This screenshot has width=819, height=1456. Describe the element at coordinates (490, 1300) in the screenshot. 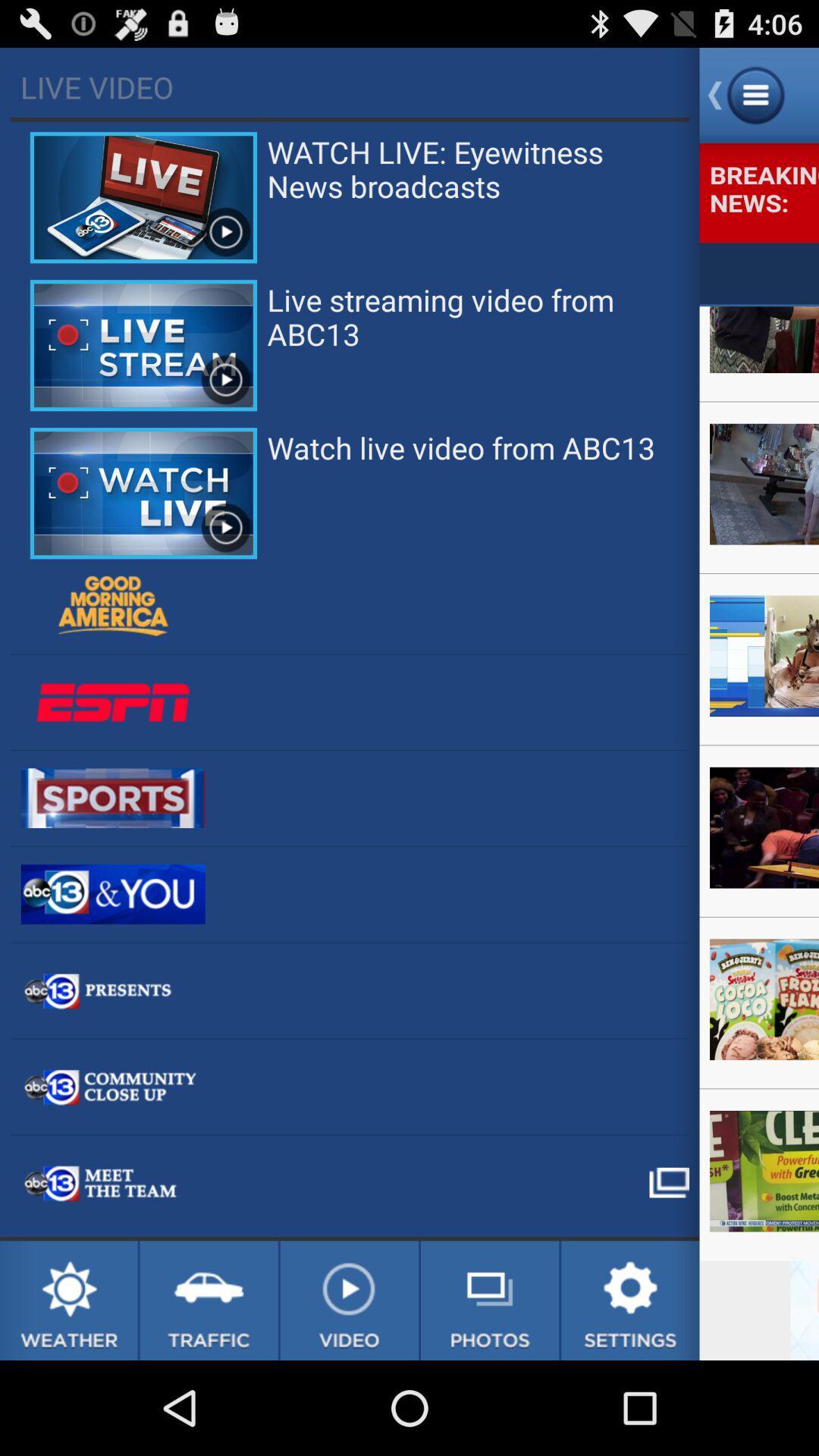

I see `open gallery` at that location.